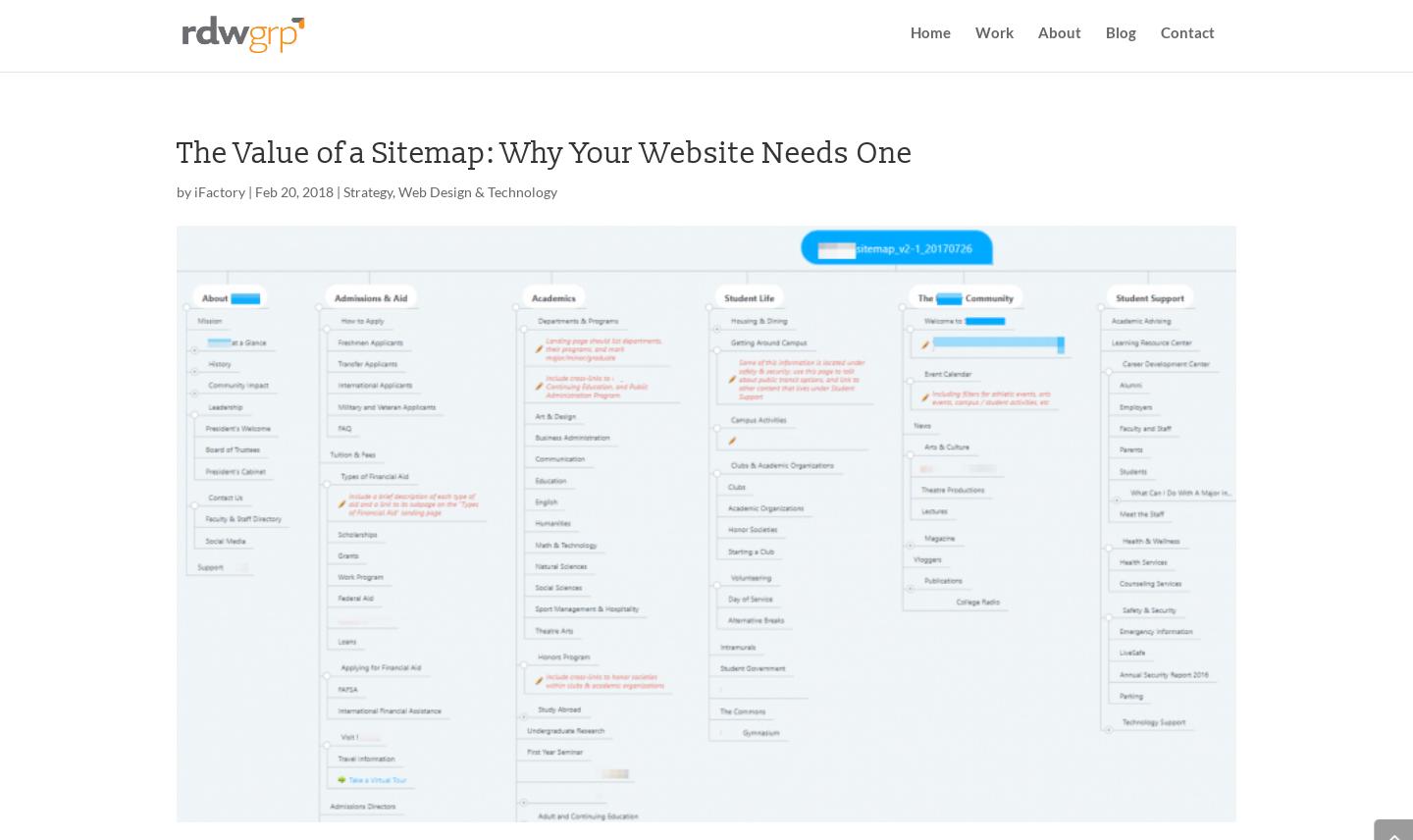 This screenshot has height=840, width=1413. I want to click on 'The Value of a Sitemap: Why Your Website Needs One', so click(544, 153).